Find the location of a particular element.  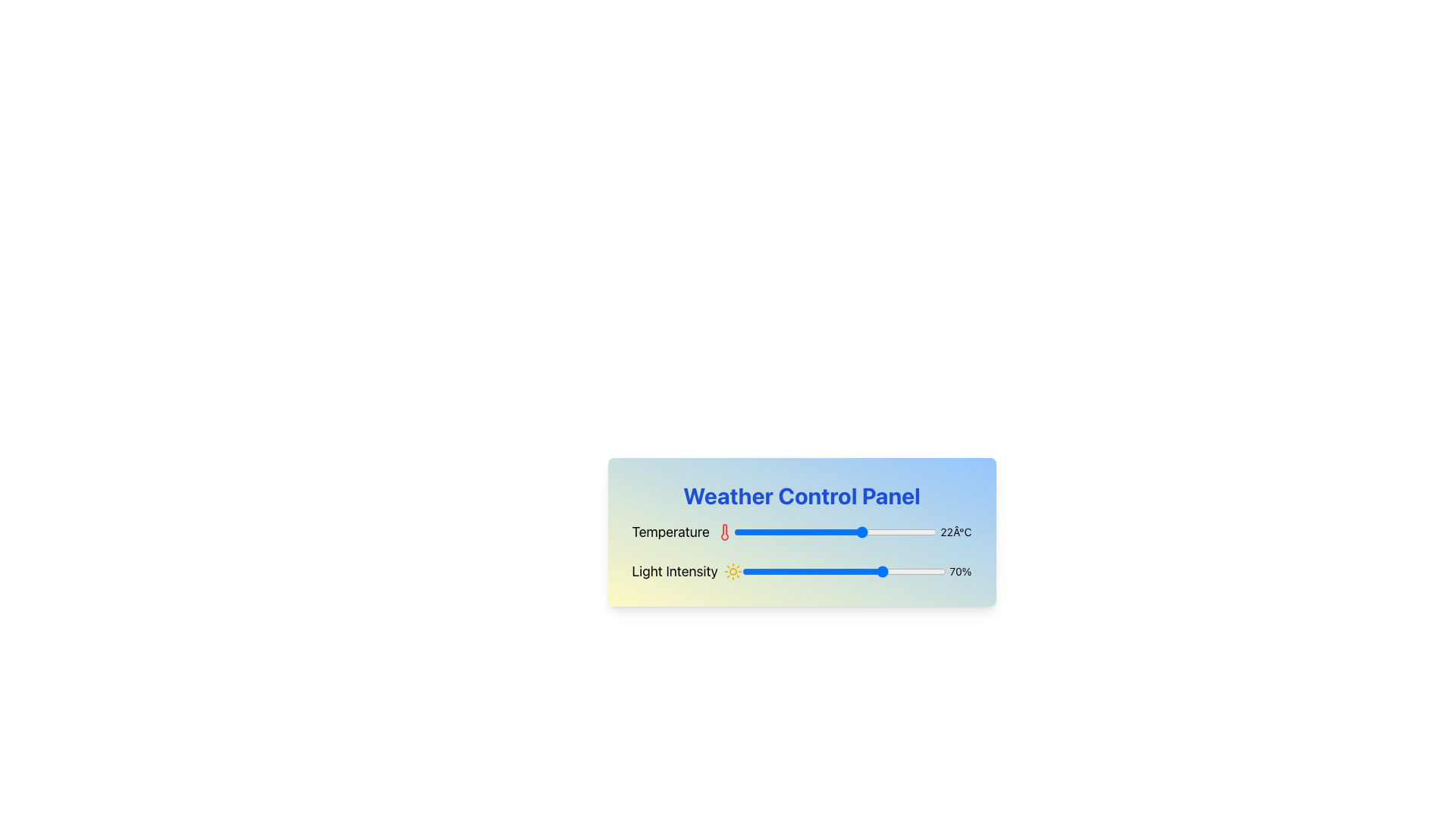

the temperature slider is located at coordinates (888, 532).